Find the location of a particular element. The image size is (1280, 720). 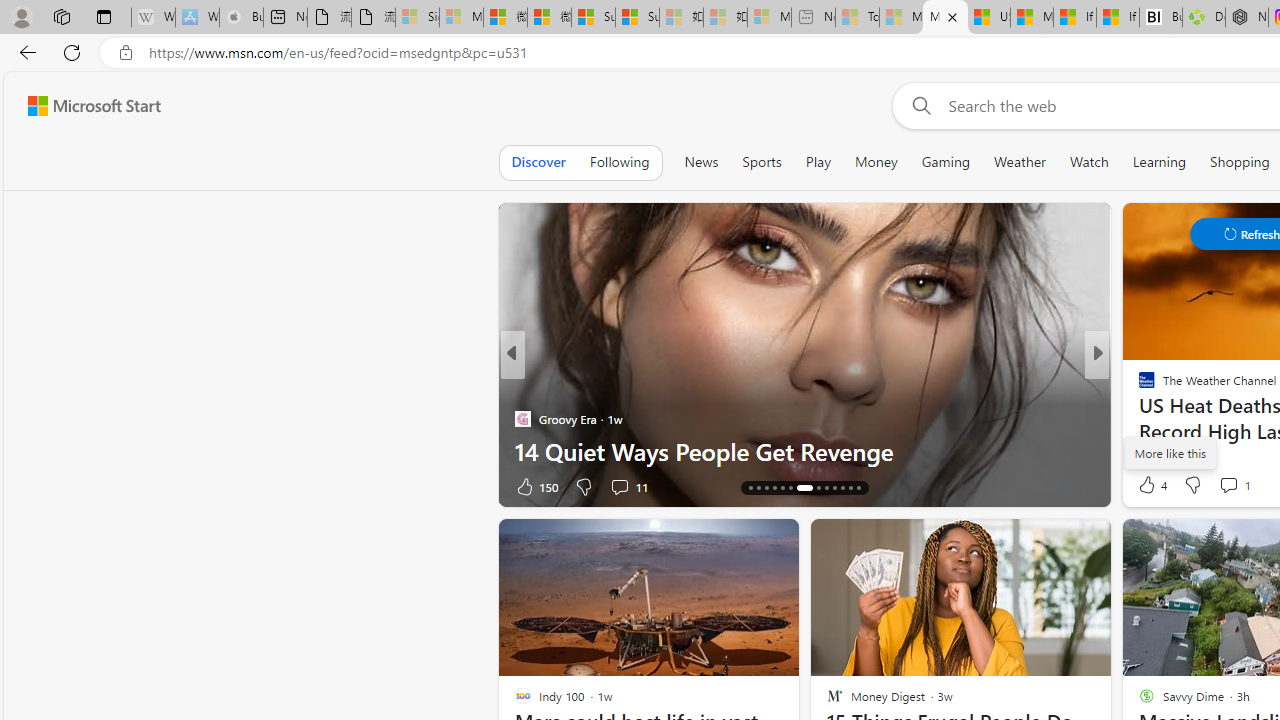

'A Conscious Rethink' is located at coordinates (1138, 387).